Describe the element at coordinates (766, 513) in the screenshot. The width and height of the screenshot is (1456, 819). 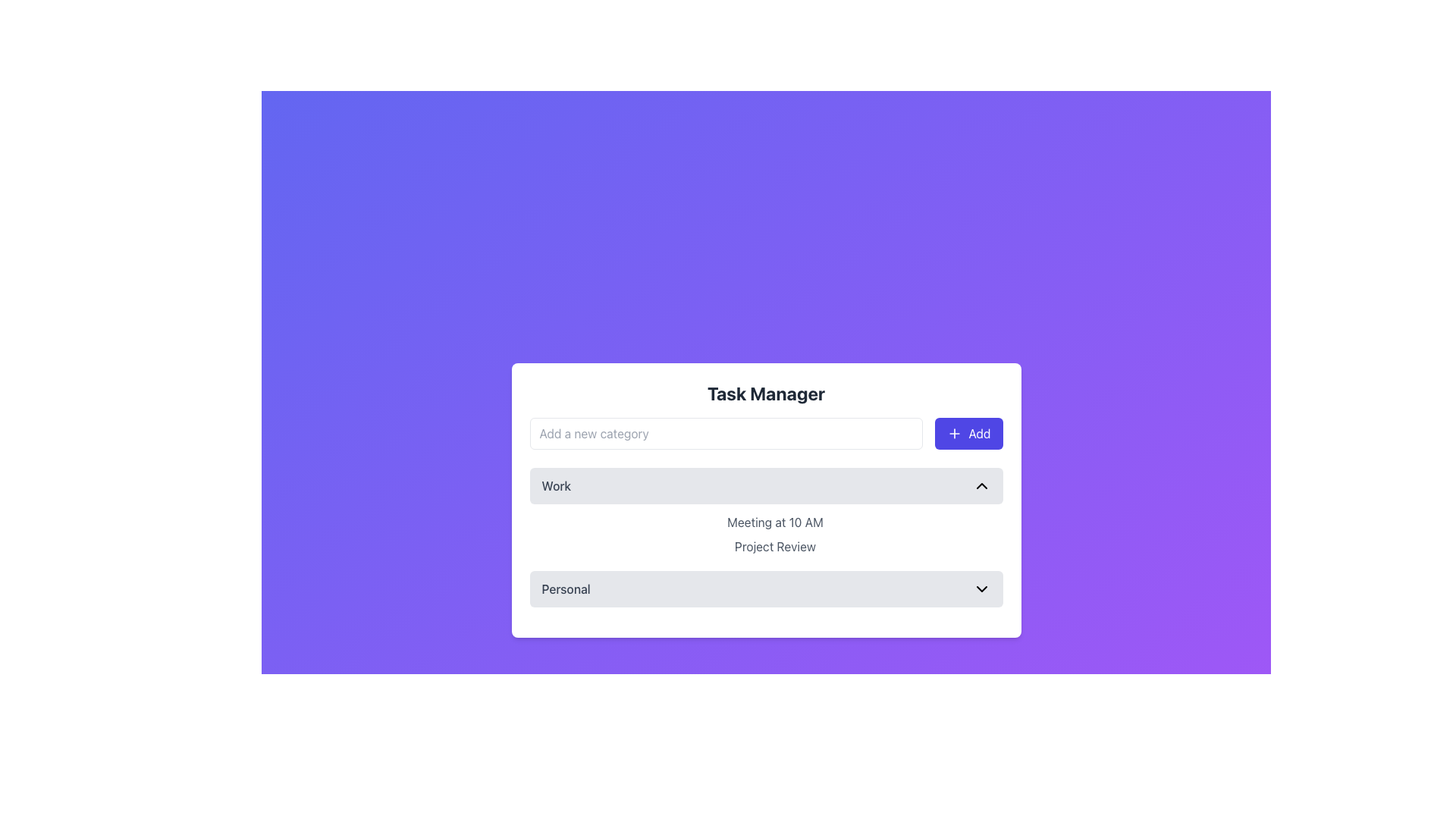
I see `the Text Label providing additional details about a schedule or event, located under the 'Work' section of the 'Task Manager'` at that location.